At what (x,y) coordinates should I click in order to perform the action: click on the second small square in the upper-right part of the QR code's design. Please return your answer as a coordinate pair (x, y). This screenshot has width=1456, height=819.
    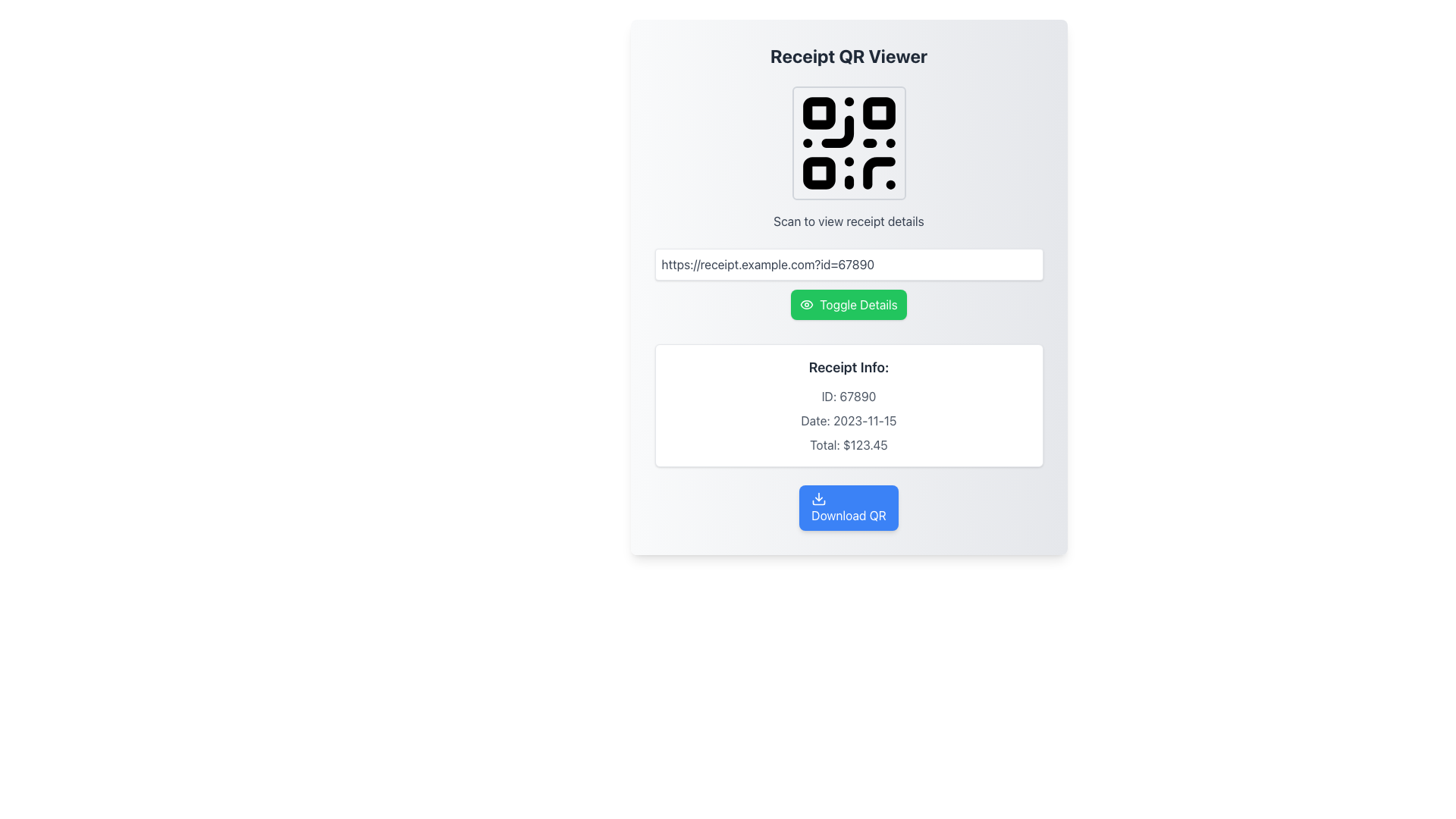
    Looking at the image, I should click on (879, 112).